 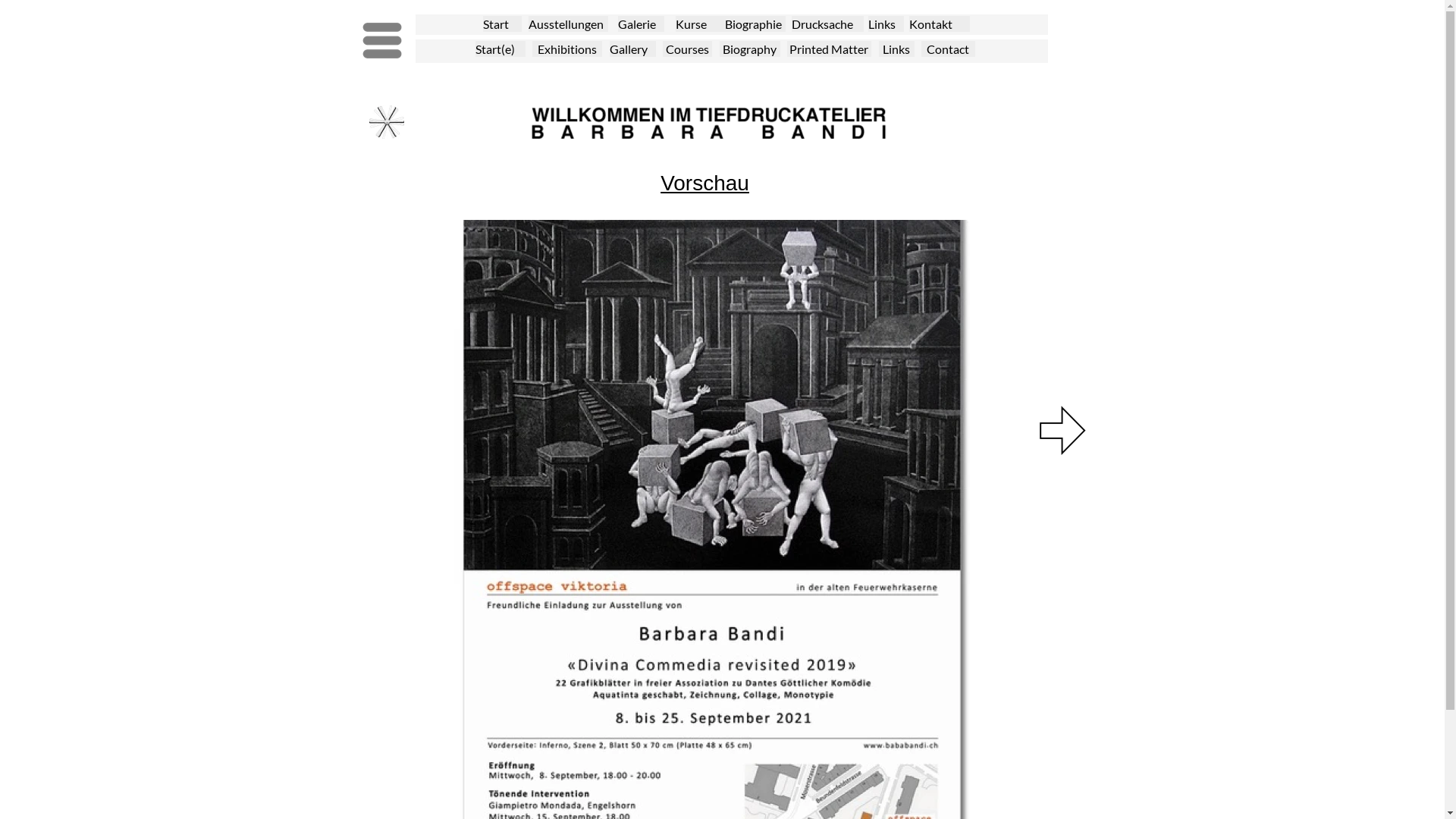 What do you see at coordinates (749, 49) in the screenshot?
I see `'Biography'` at bounding box center [749, 49].